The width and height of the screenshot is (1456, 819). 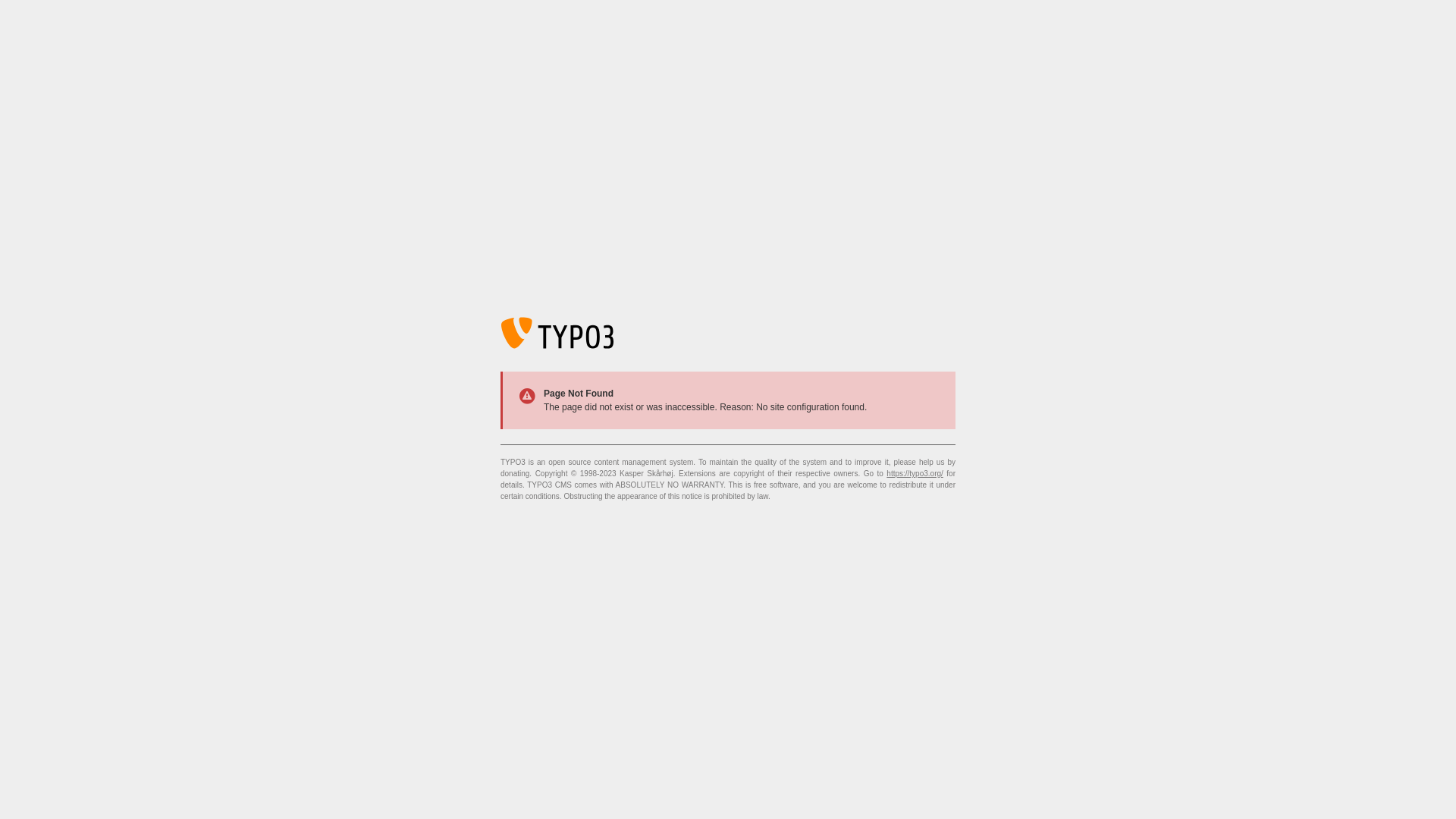 I want to click on 'https://typo3.org/', so click(x=914, y=472).